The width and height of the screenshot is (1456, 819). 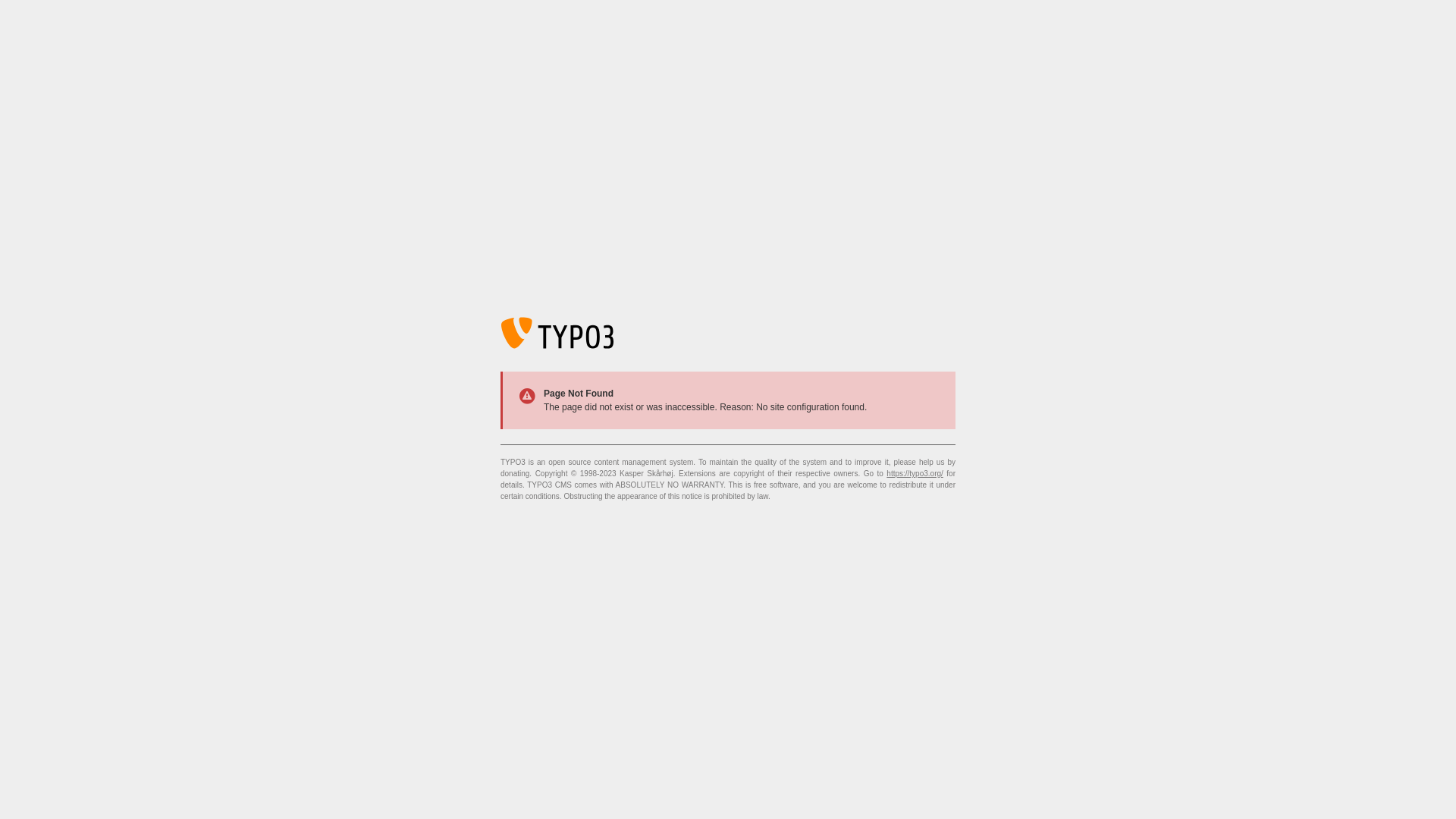 I want to click on 'https://typo3.org/', so click(x=914, y=472).